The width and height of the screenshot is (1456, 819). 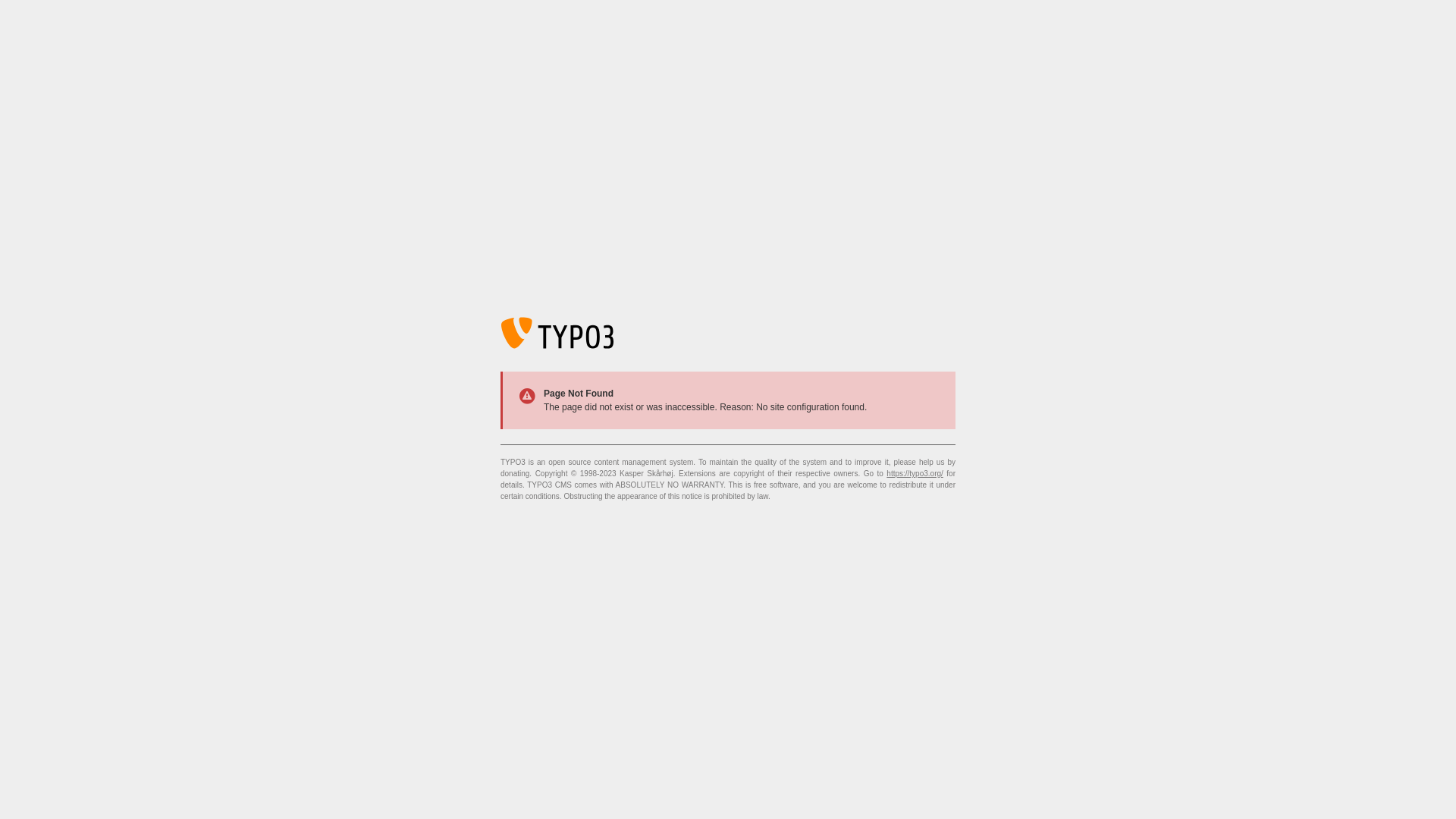 I want to click on 'https://typo3.org/', so click(x=914, y=472).